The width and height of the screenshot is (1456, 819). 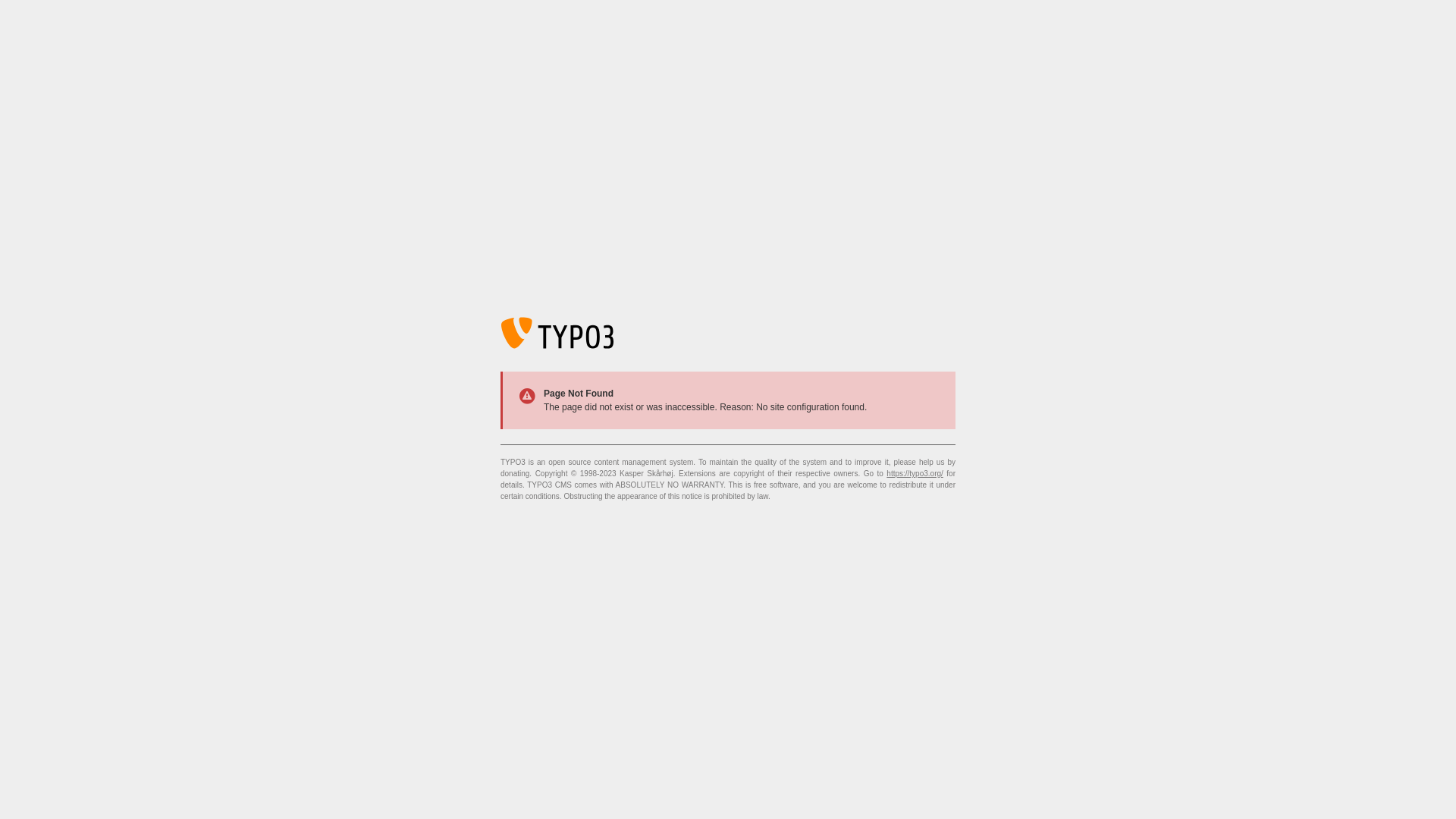 I want to click on 'https://typo3.org/', so click(x=914, y=472).